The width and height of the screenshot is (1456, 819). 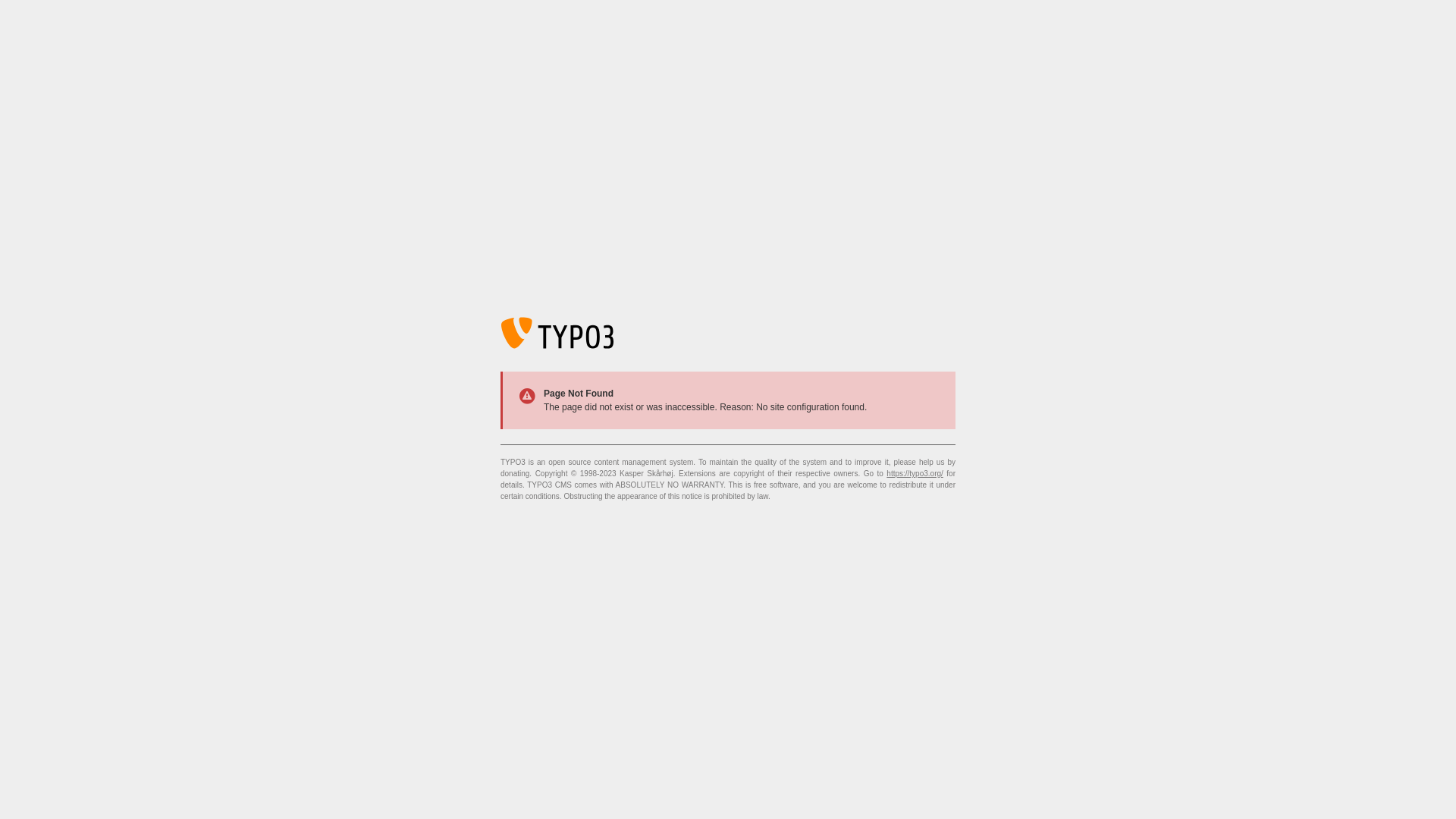 I want to click on 'https://typo3.org/', so click(x=914, y=472).